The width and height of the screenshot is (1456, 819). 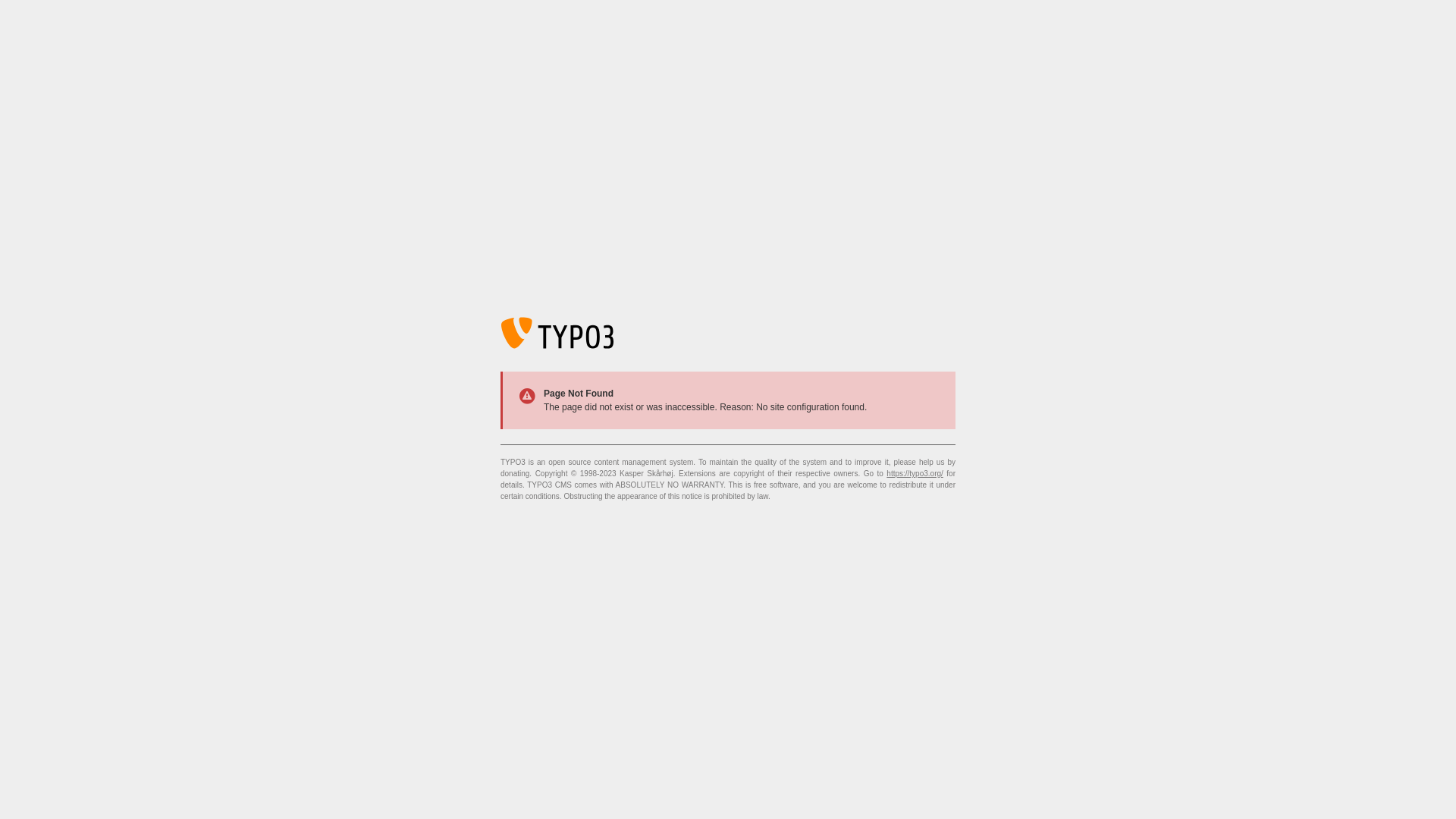 I want to click on 'https://typo3.org/', so click(x=914, y=472).